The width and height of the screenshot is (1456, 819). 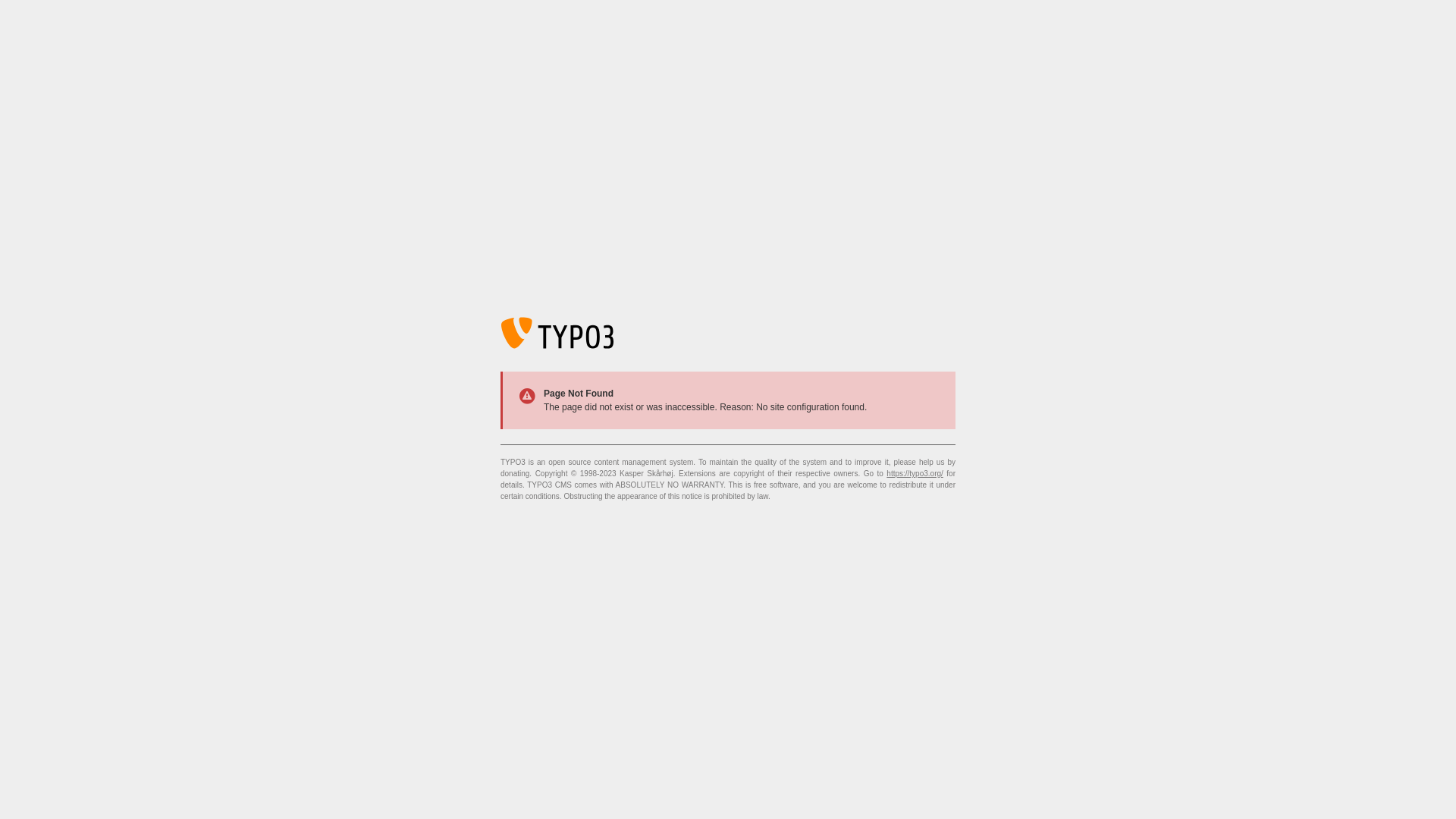 I want to click on 'https://typo3.org/', so click(x=914, y=472).